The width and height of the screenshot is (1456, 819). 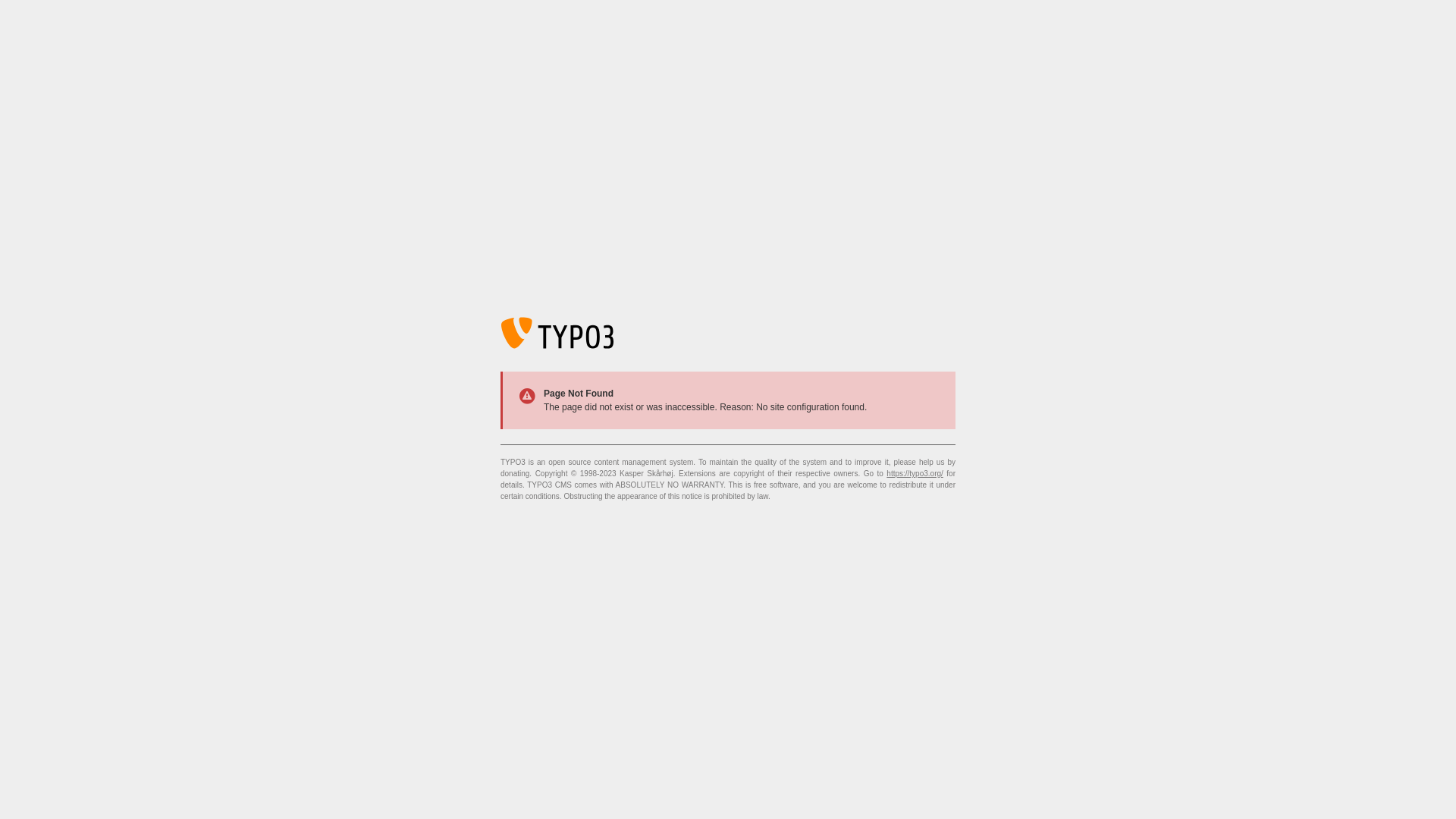 I want to click on 'https://typo3.org/', so click(x=914, y=472).